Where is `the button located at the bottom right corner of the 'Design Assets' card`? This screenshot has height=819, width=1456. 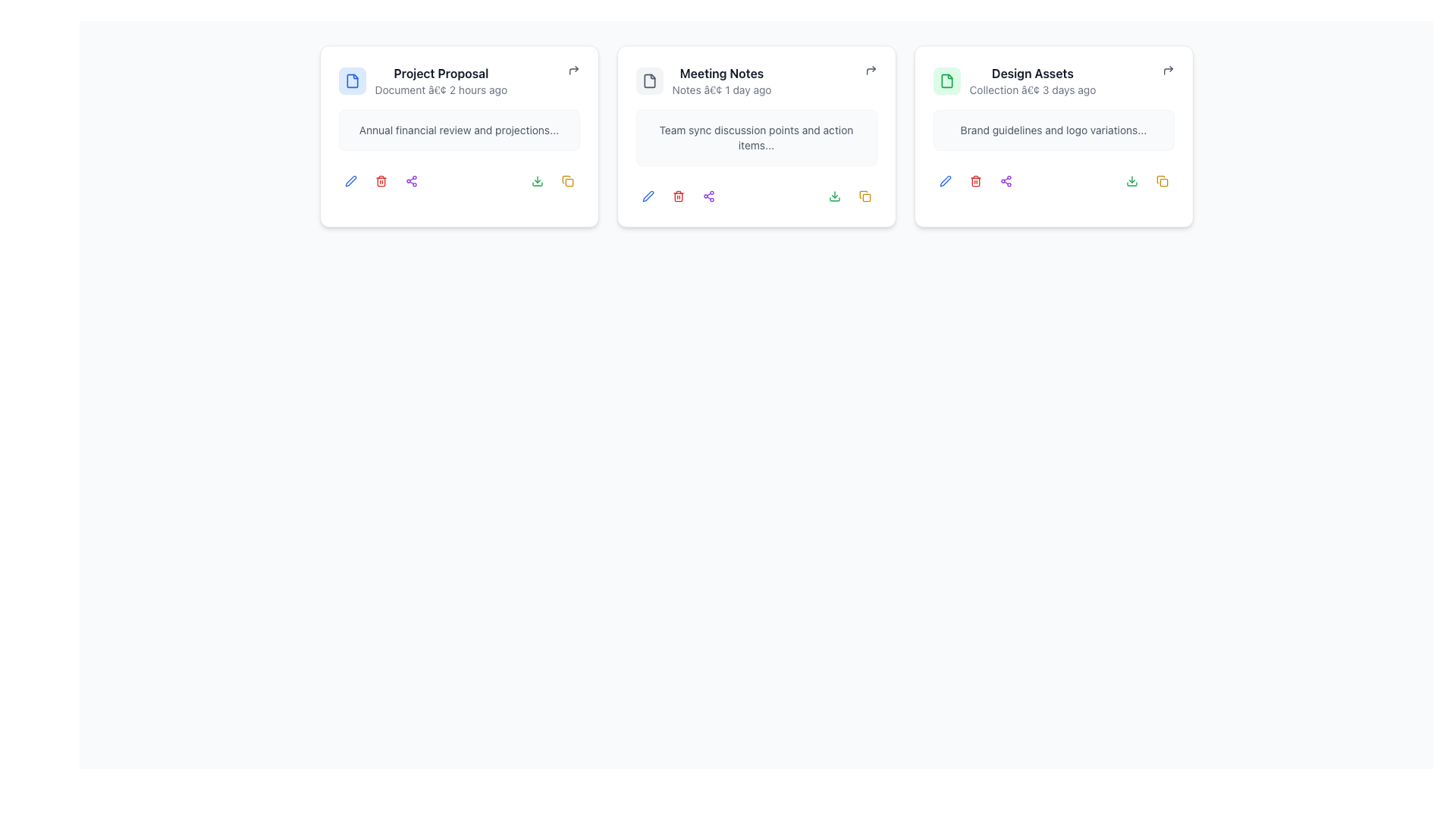
the button located at the bottom right corner of the 'Design Assets' card is located at coordinates (1161, 180).